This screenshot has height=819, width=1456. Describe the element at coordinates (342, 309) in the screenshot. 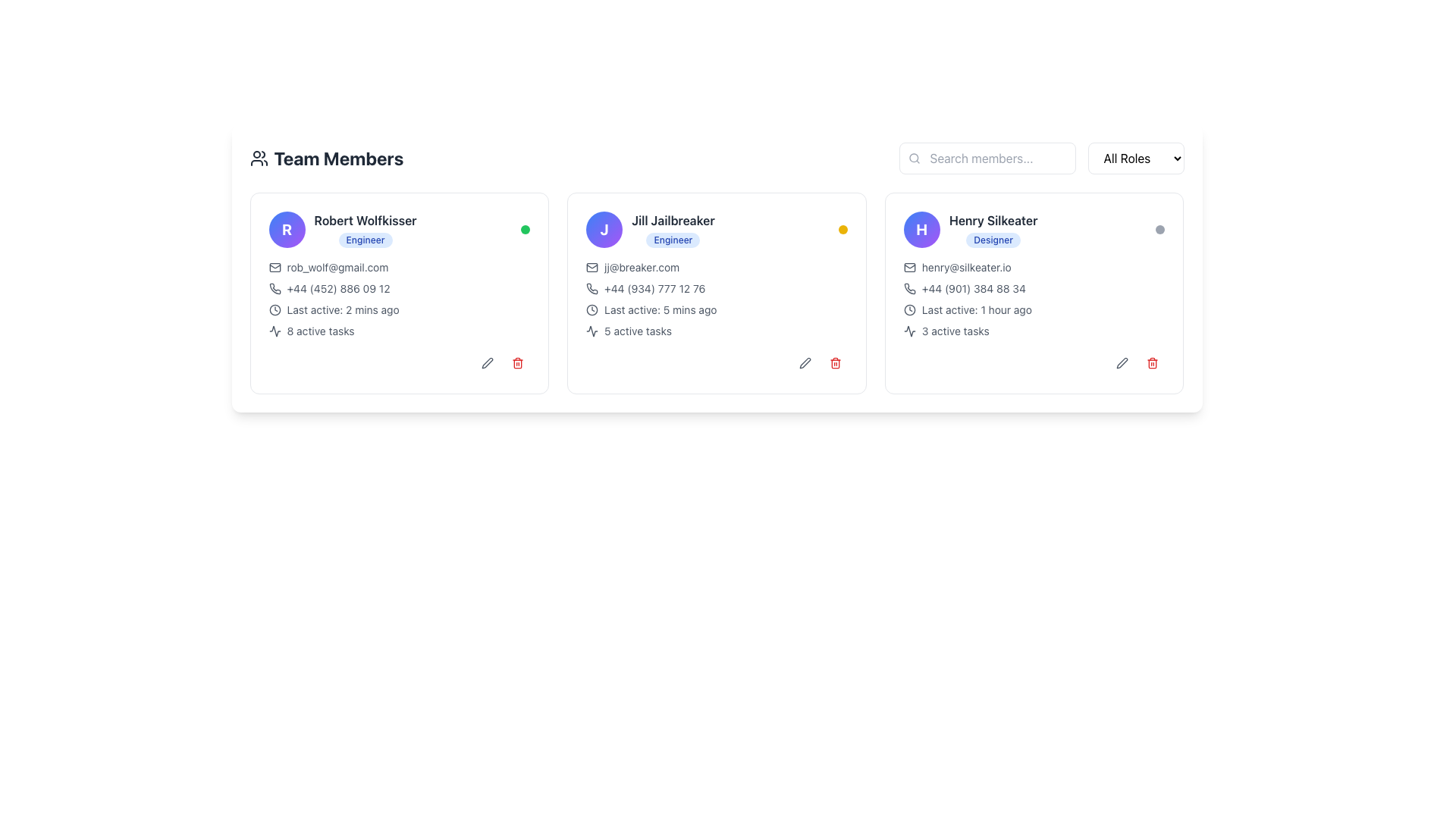

I see `status displayed in the text label indicating the last activity time of the person in the first card under the 'Team Members' heading, located below the user's name and email` at that location.